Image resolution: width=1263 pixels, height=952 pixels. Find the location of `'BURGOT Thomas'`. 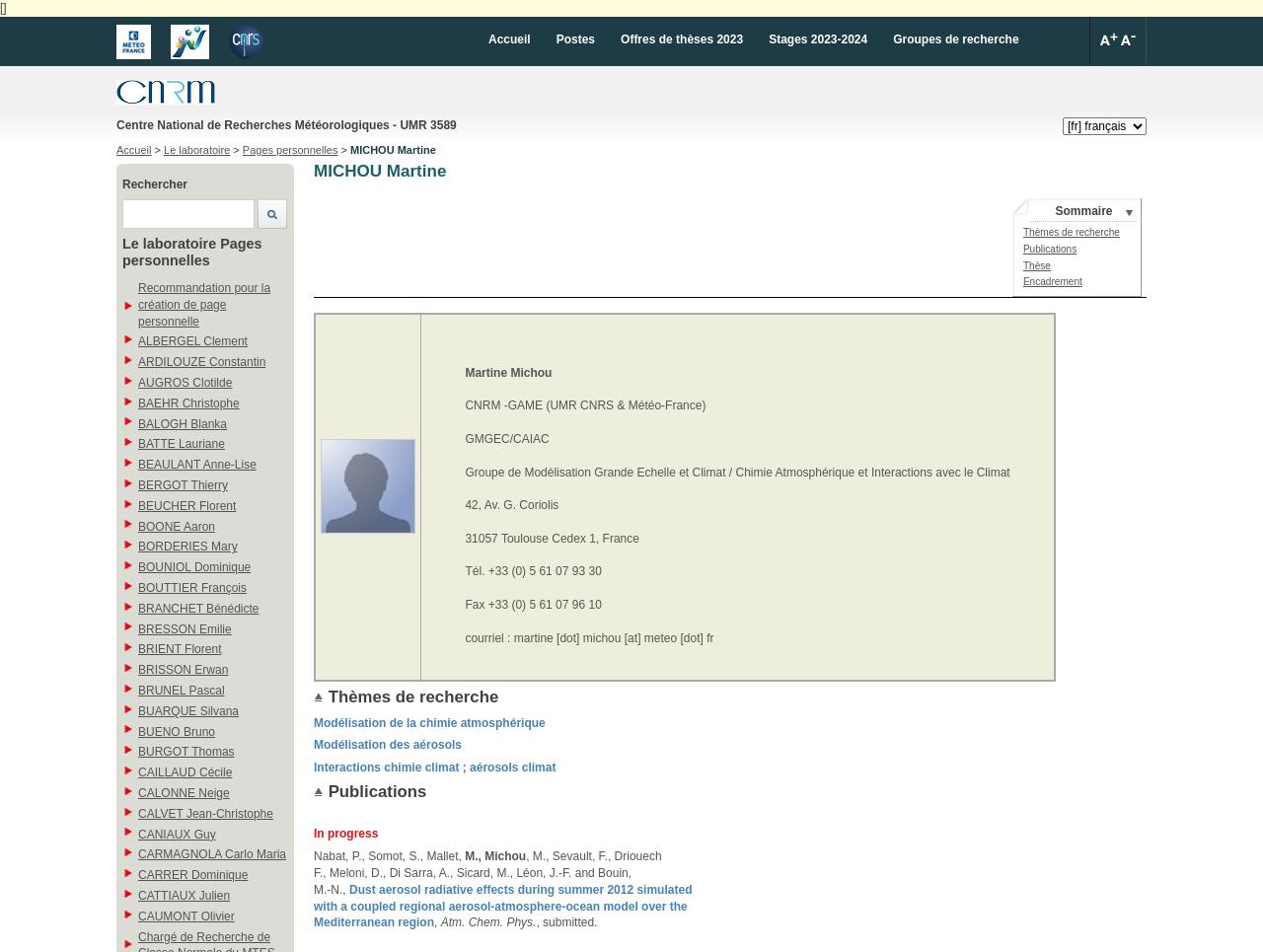

'BURGOT Thomas' is located at coordinates (186, 750).